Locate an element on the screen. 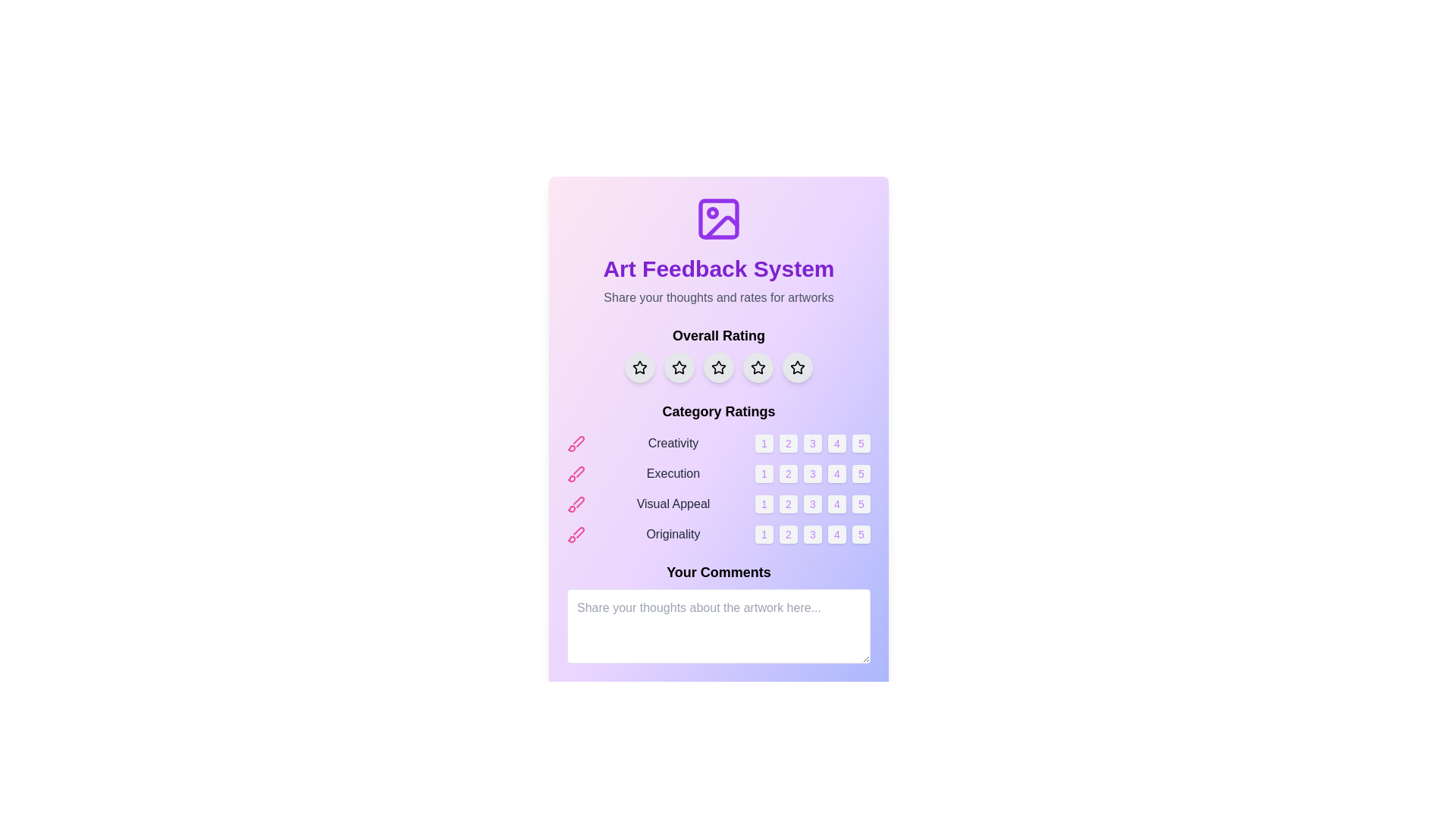  the second button in the 'Originality' category ratings is located at coordinates (789, 534).